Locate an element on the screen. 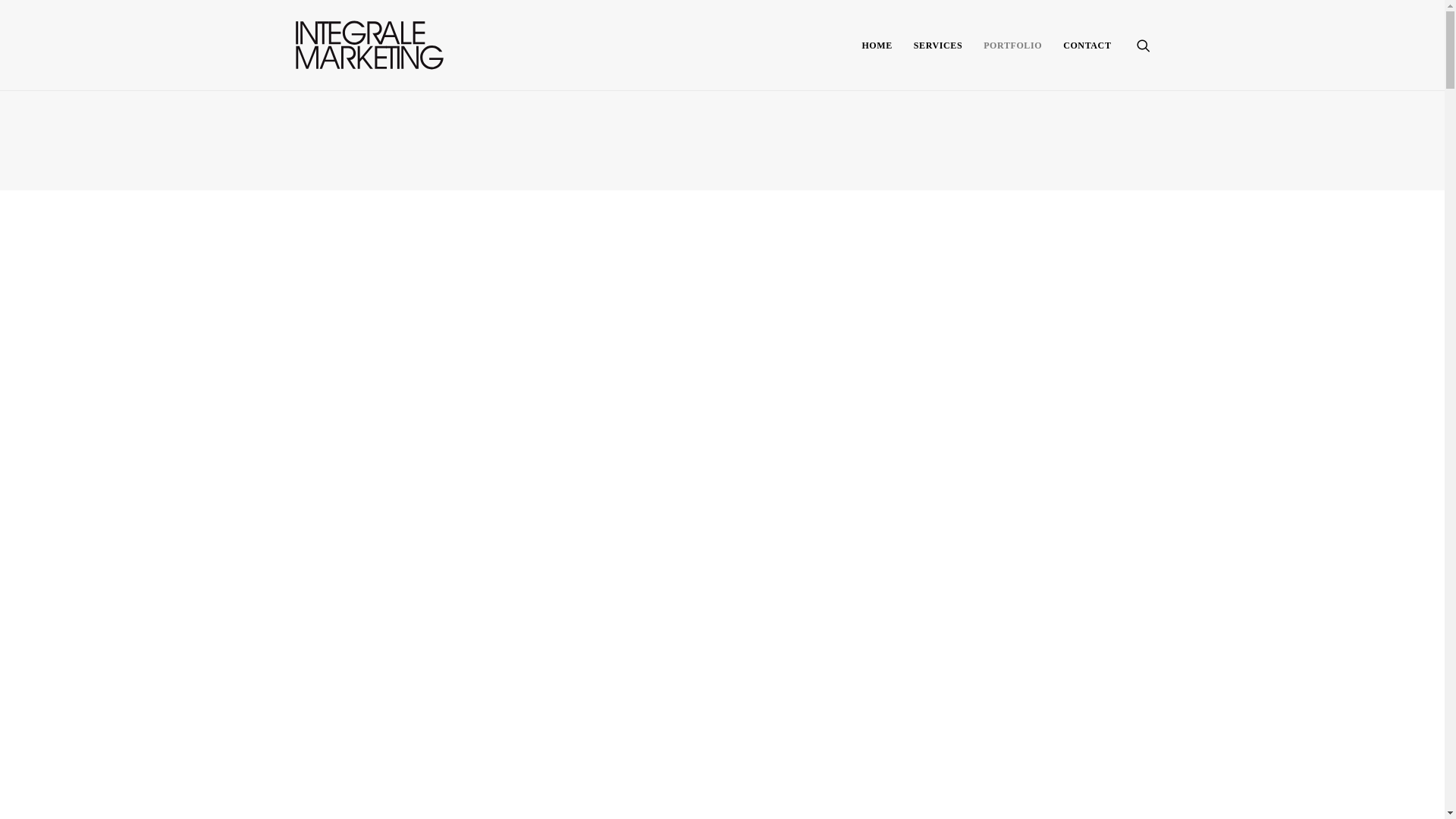  'CONTACT' is located at coordinates (1081, 44).